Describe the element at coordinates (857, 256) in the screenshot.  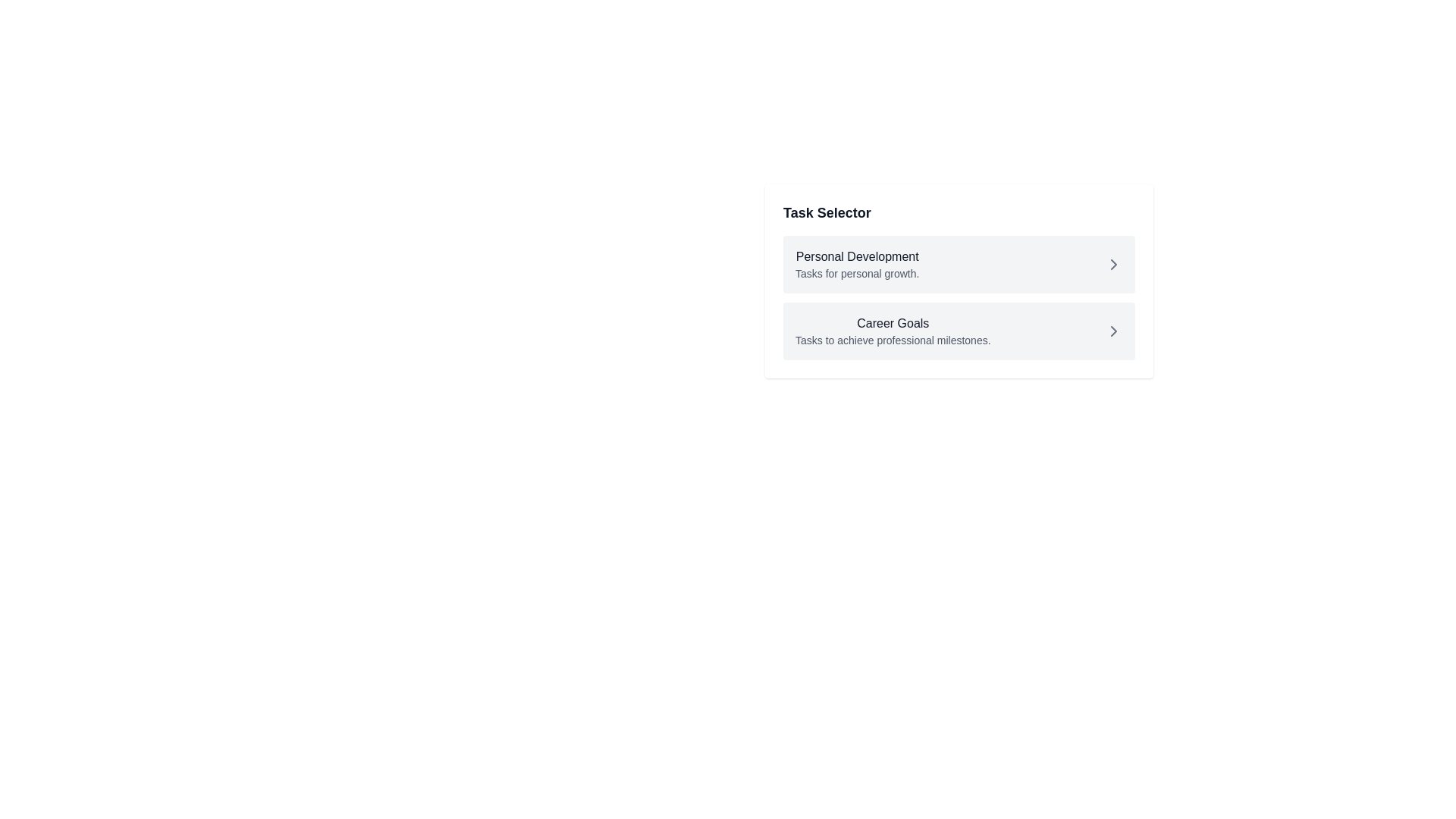
I see `the bold heading 'Personal Development' to interact with the option located in the 'Task Selector' section` at that location.